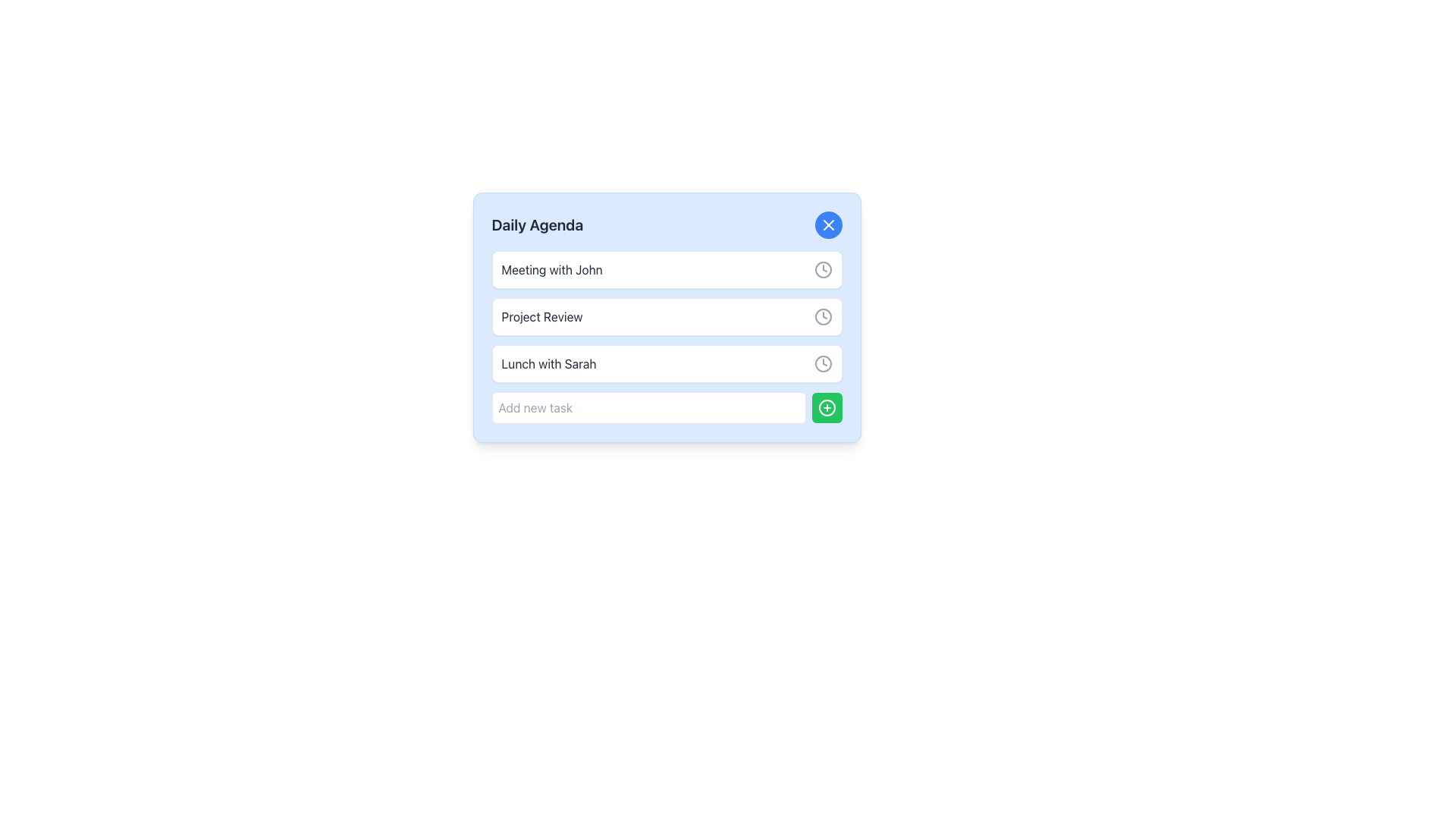  I want to click on the 'Daily Agenda' header text, which is displayed in bold, extra-large dark-gray font at the top of the panel, so click(537, 225).